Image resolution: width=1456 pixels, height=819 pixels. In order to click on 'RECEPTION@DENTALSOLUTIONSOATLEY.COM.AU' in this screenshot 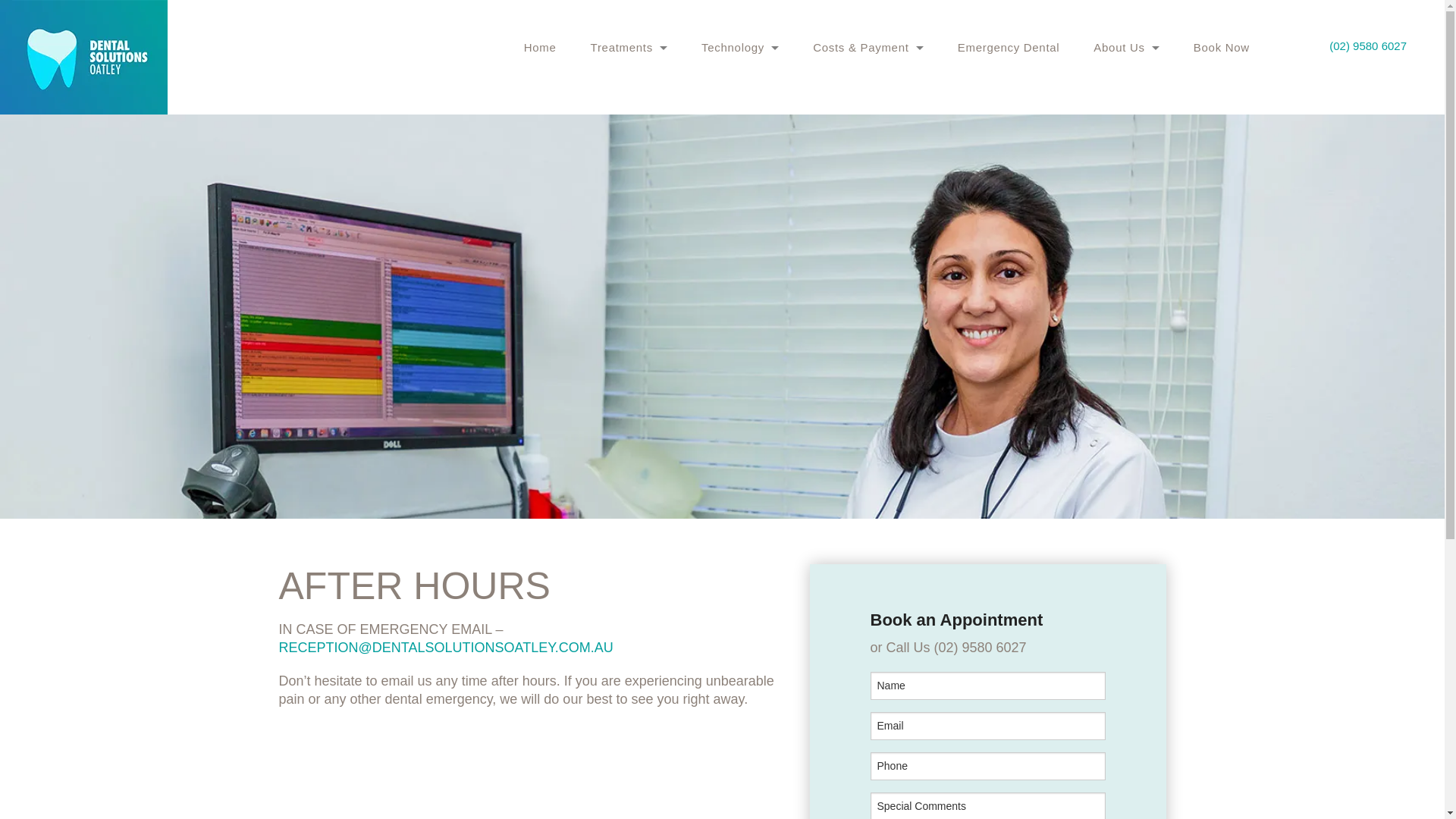, I will do `click(445, 647)`.